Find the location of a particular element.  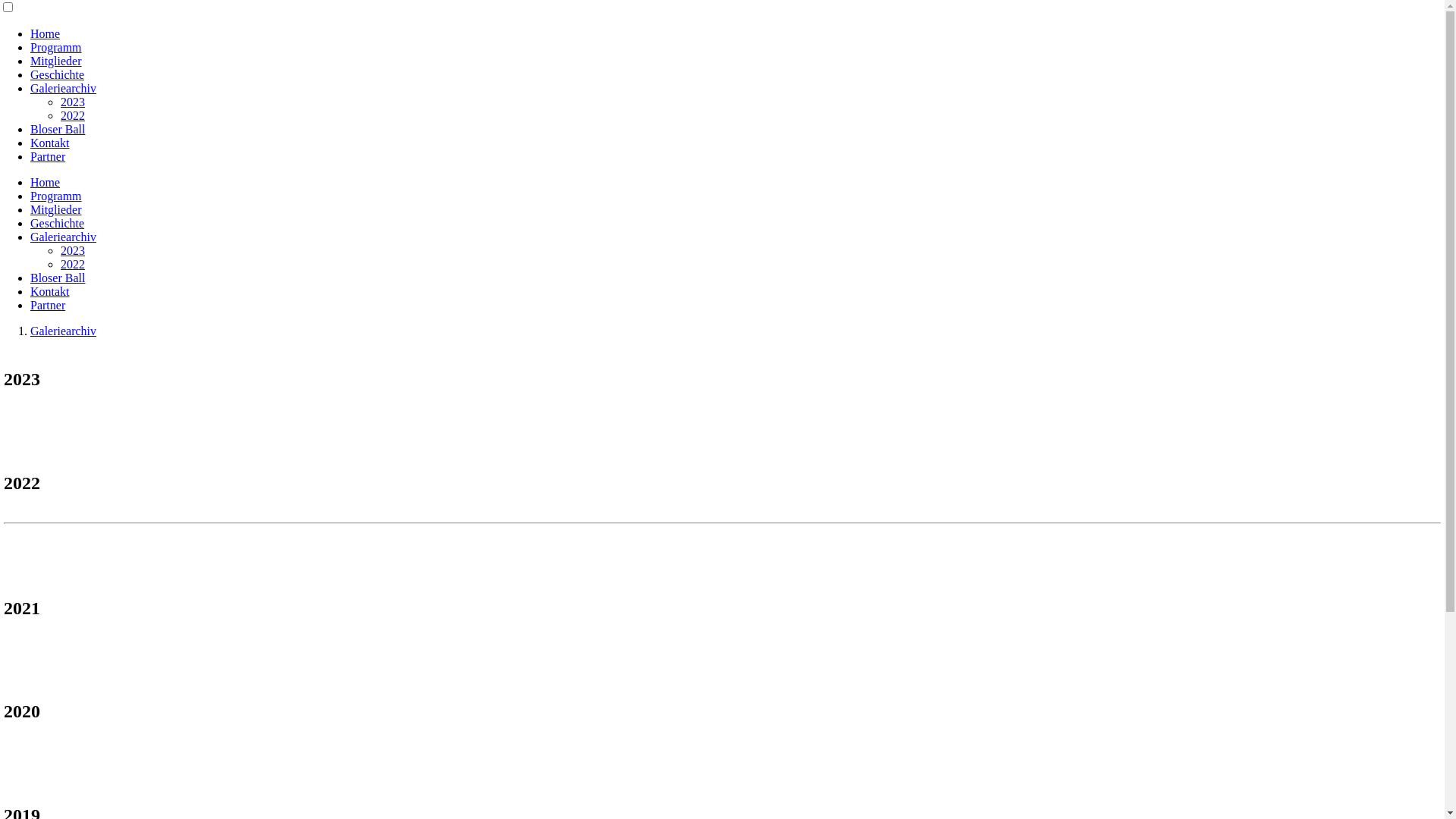

'2022' is located at coordinates (72, 263).